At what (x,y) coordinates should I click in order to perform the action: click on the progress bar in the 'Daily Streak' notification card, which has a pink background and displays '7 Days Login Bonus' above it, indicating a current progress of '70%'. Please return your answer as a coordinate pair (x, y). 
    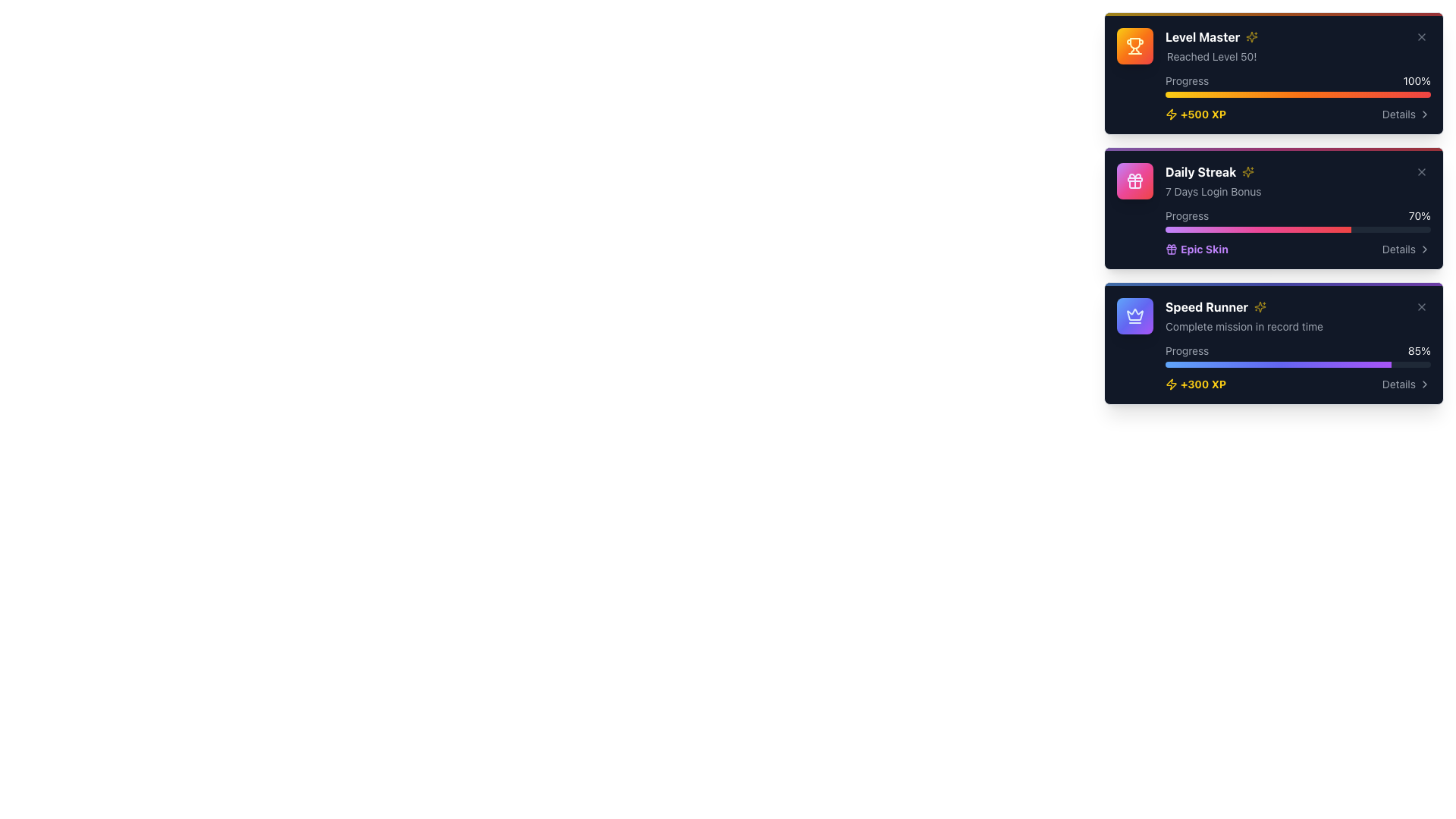
    Looking at the image, I should click on (1298, 220).